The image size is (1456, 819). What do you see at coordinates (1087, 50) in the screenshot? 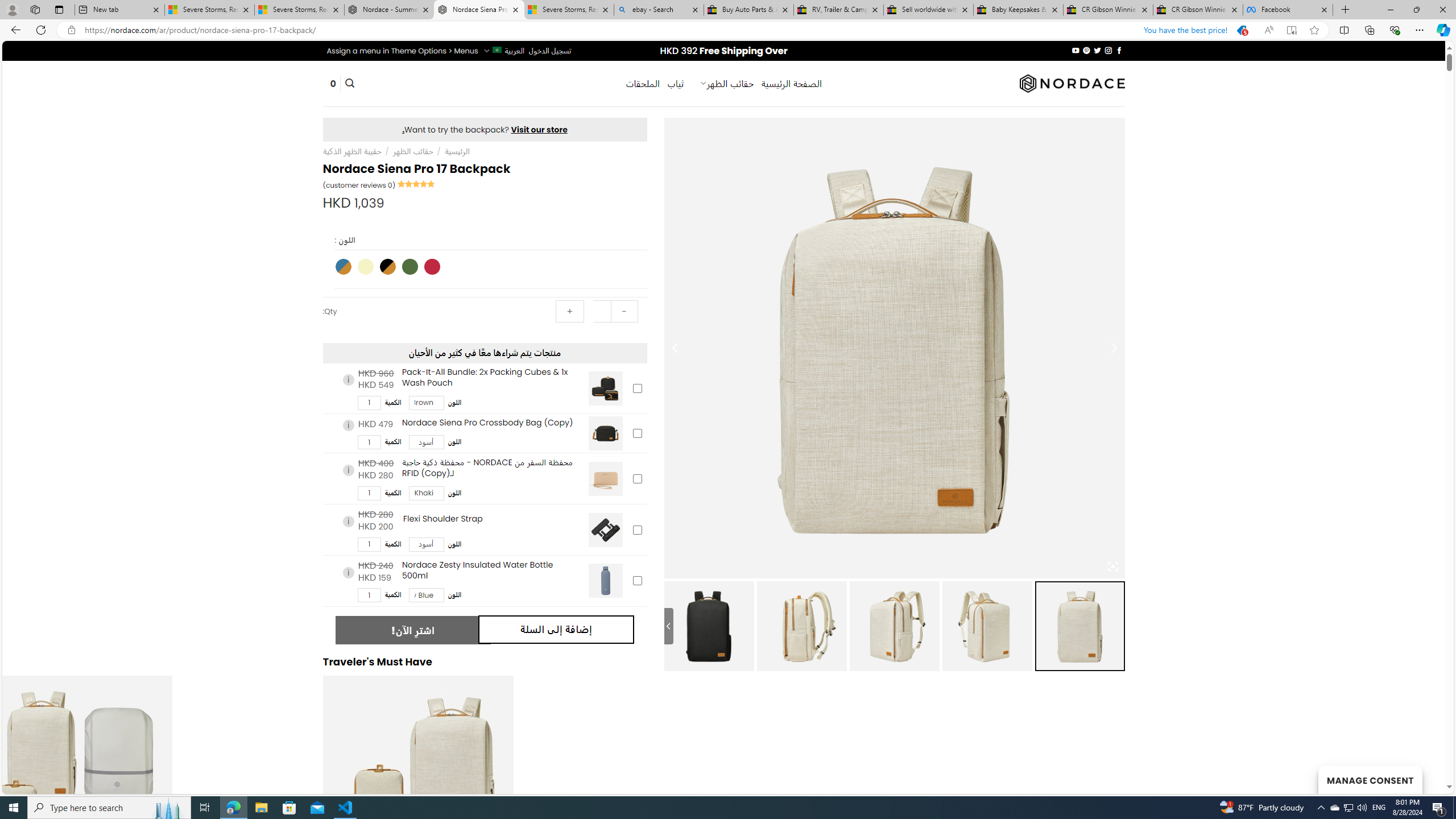
I see `'Follow on Pinterest'` at bounding box center [1087, 50].